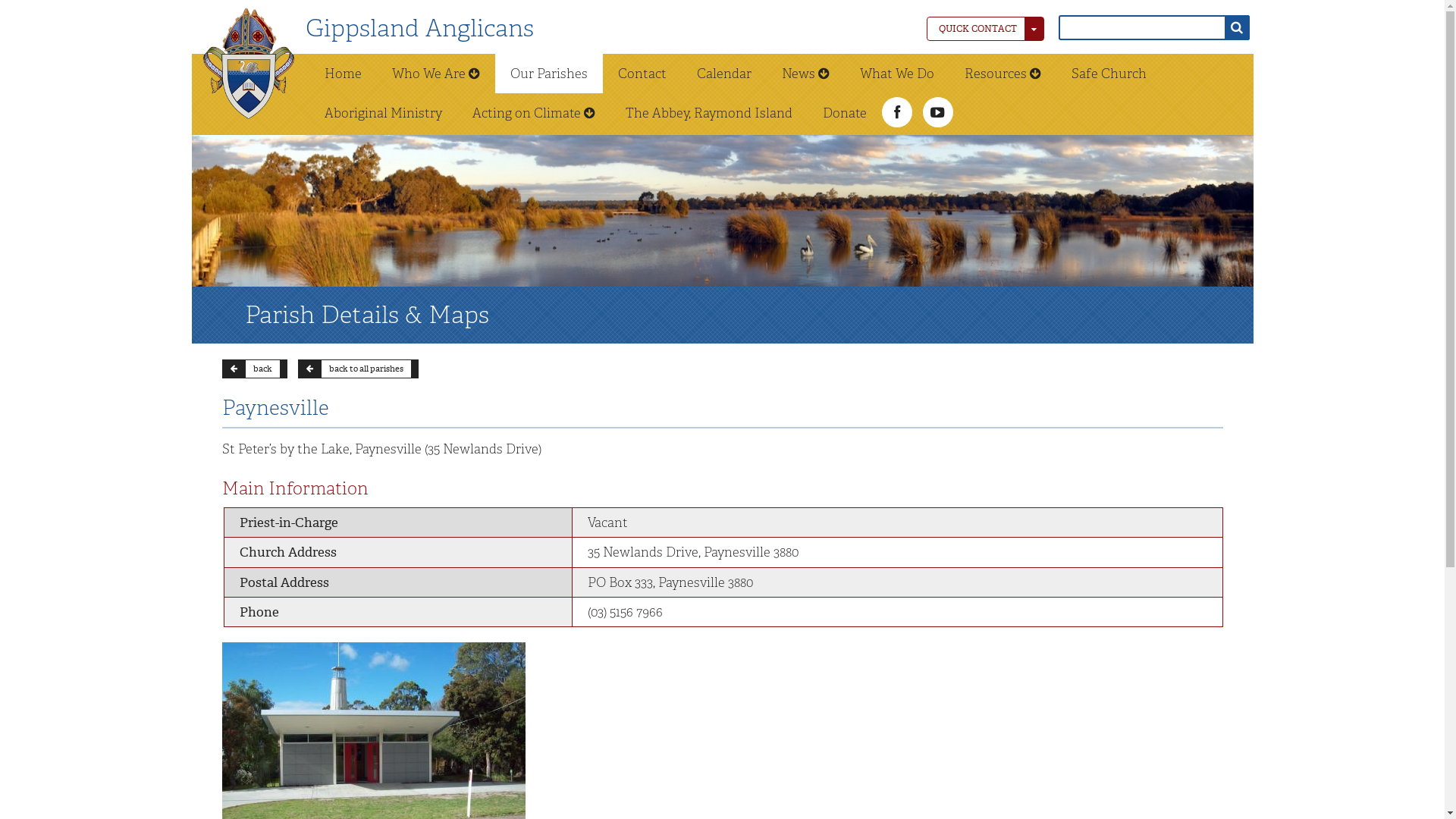 Image resolution: width=1456 pixels, height=819 pixels. Describe the element at coordinates (532, 112) in the screenshot. I see `'Acting on Climate'` at that location.